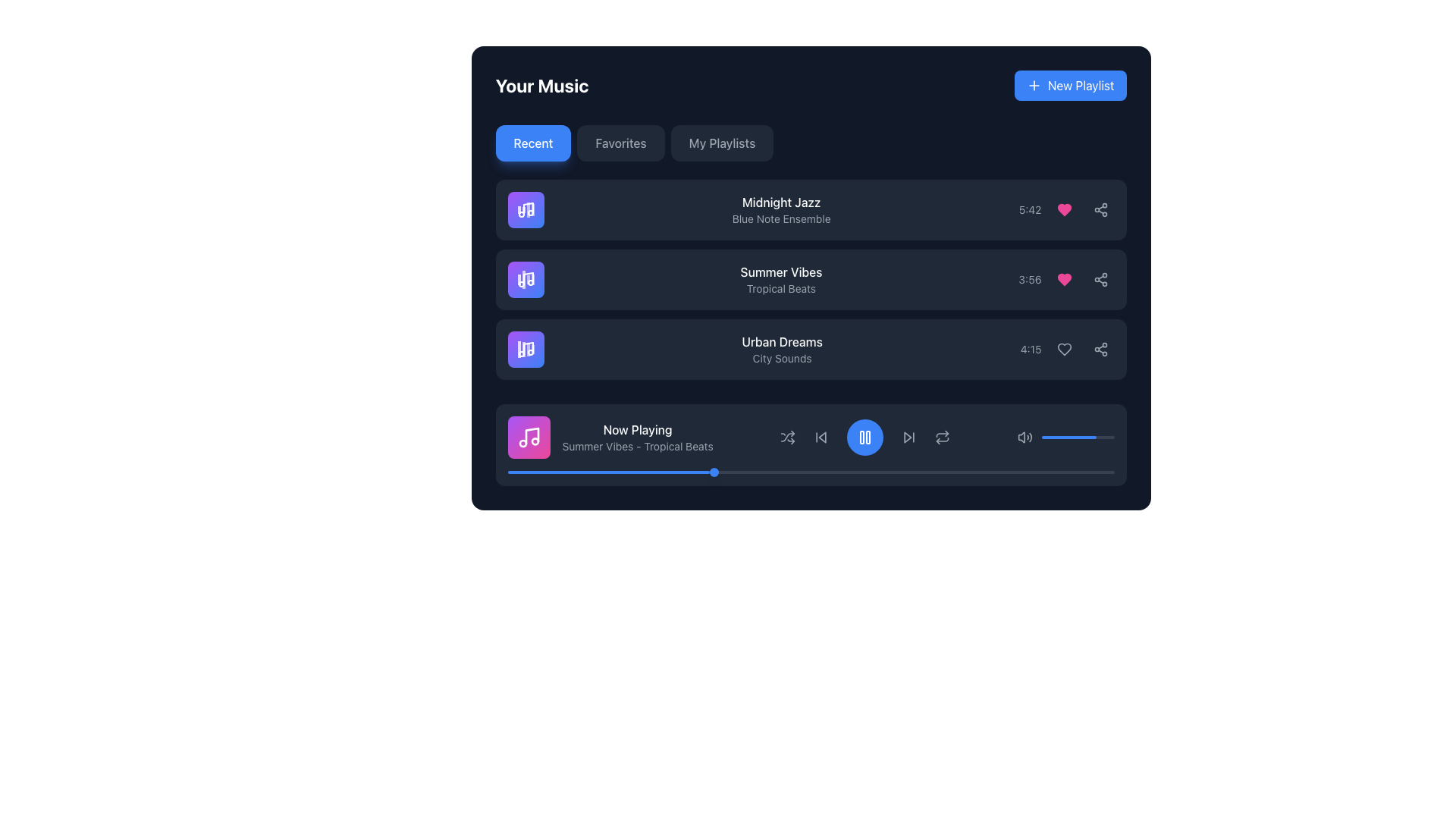 The image size is (1456, 819). I want to click on the Header text indicating the section's purpose as a music-related interface, located at the top-left corner of its section, so click(542, 85).